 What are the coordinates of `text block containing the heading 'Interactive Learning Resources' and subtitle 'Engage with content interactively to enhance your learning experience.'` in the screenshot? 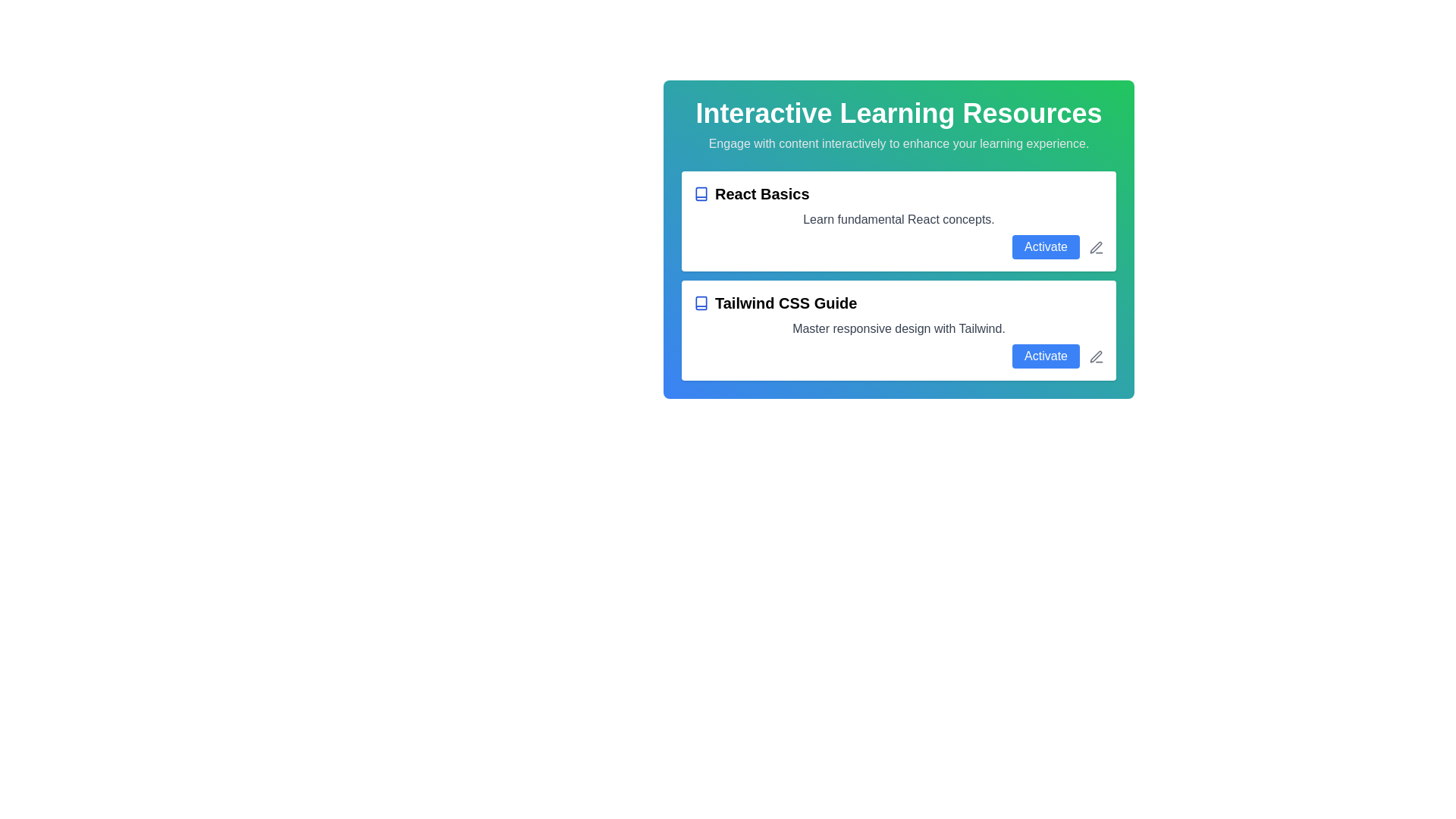 It's located at (899, 124).